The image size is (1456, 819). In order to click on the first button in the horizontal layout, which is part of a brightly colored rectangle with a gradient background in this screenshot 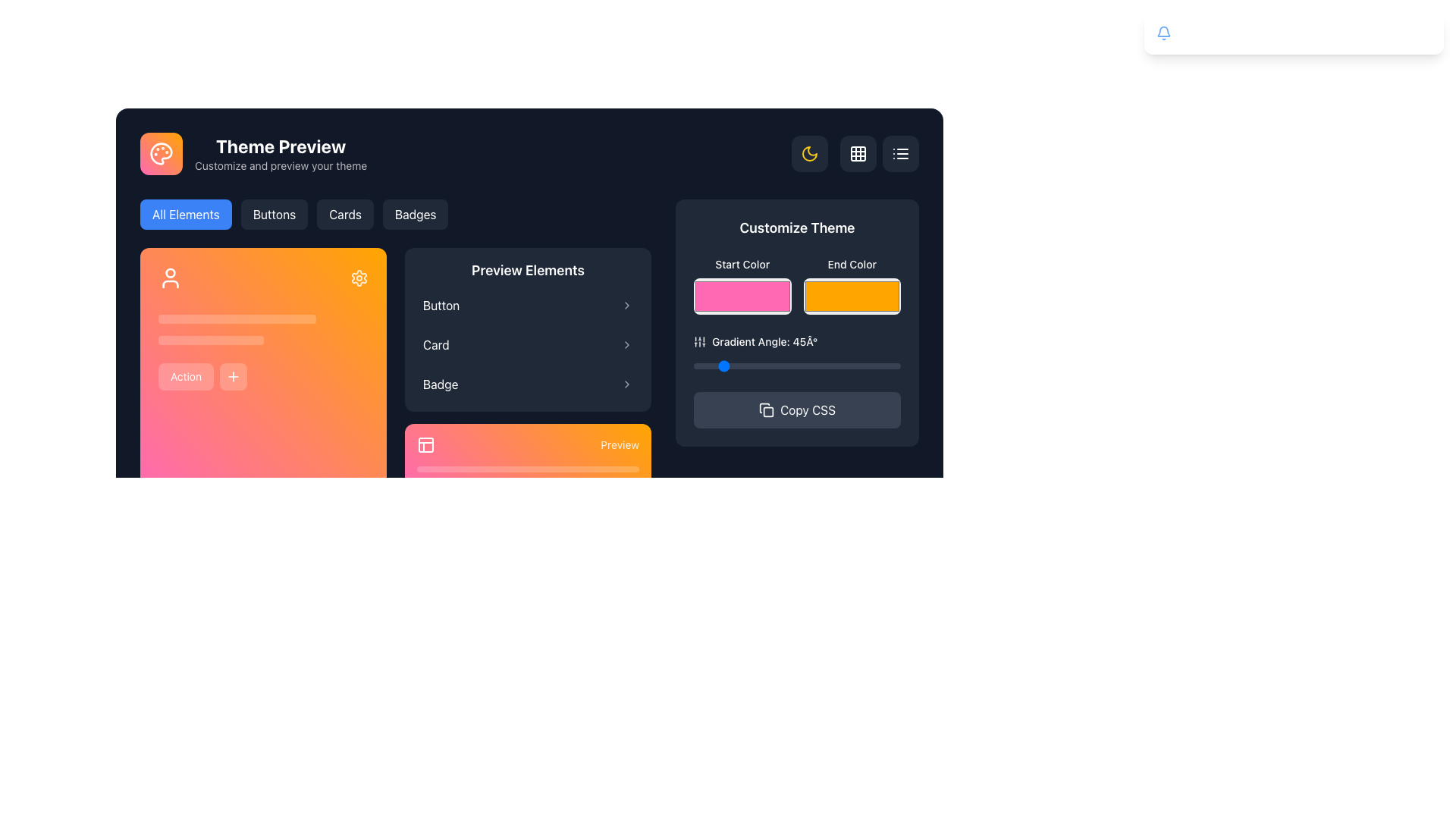, I will do `click(185, 376)`.